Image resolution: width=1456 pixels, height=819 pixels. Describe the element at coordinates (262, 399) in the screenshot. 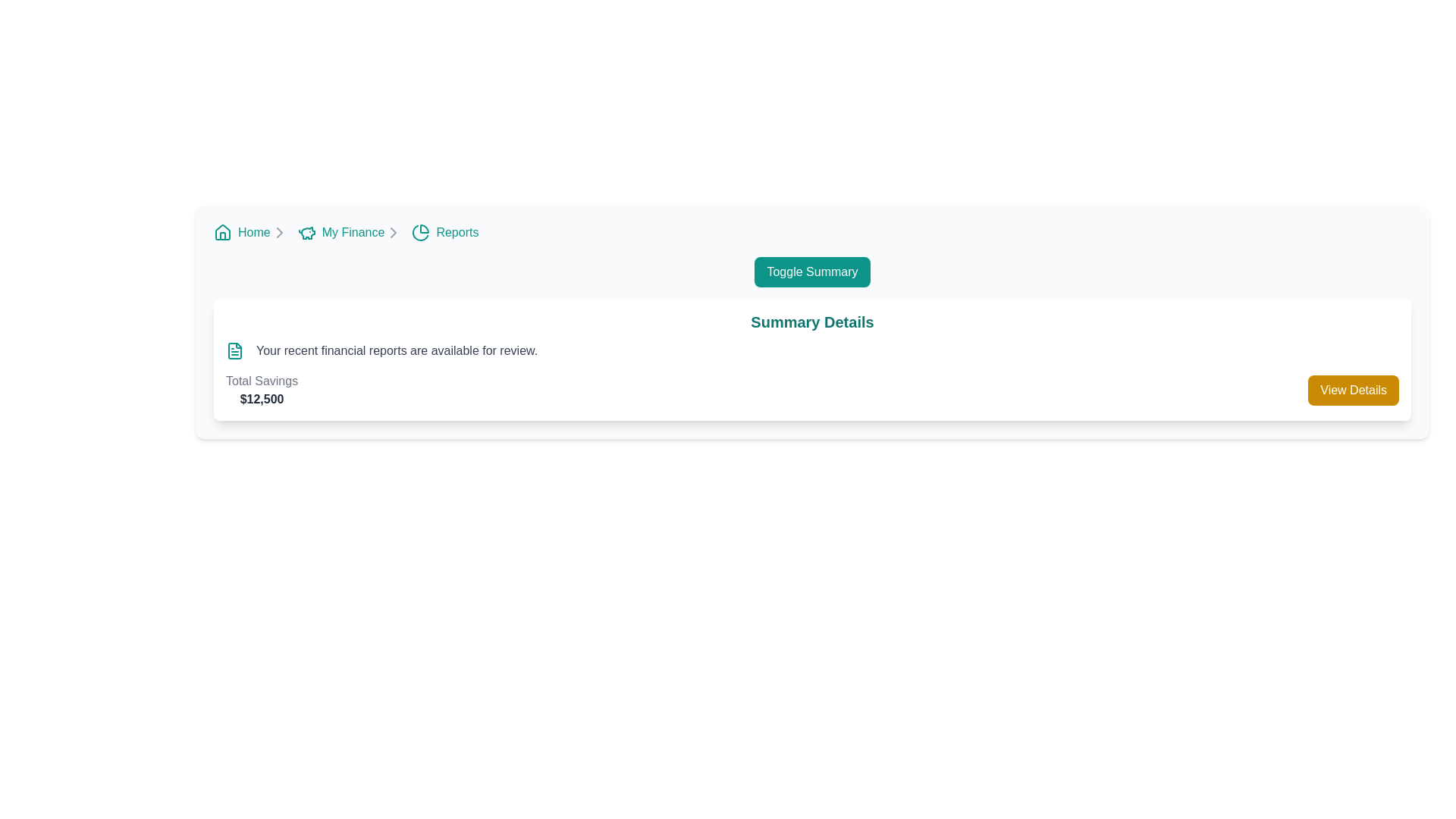

I see `the bolded text displaying the monetary value "$12,500" located below the label "Total Savings" in the lower-left portion of the interface` at that location.